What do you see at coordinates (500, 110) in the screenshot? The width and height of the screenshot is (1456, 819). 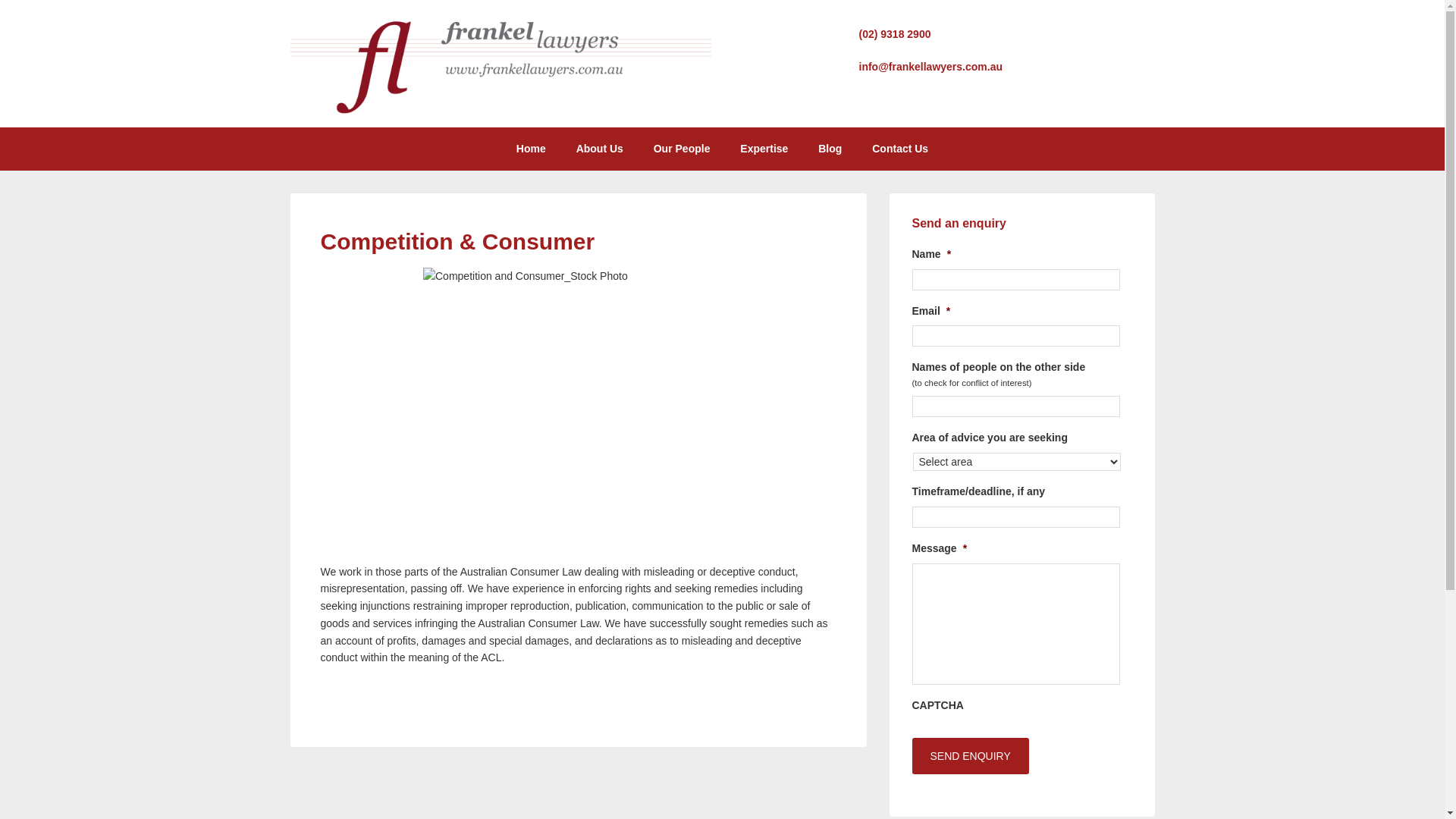 I see `'Frankel Lawyers'` at bounding box center [500, 110].